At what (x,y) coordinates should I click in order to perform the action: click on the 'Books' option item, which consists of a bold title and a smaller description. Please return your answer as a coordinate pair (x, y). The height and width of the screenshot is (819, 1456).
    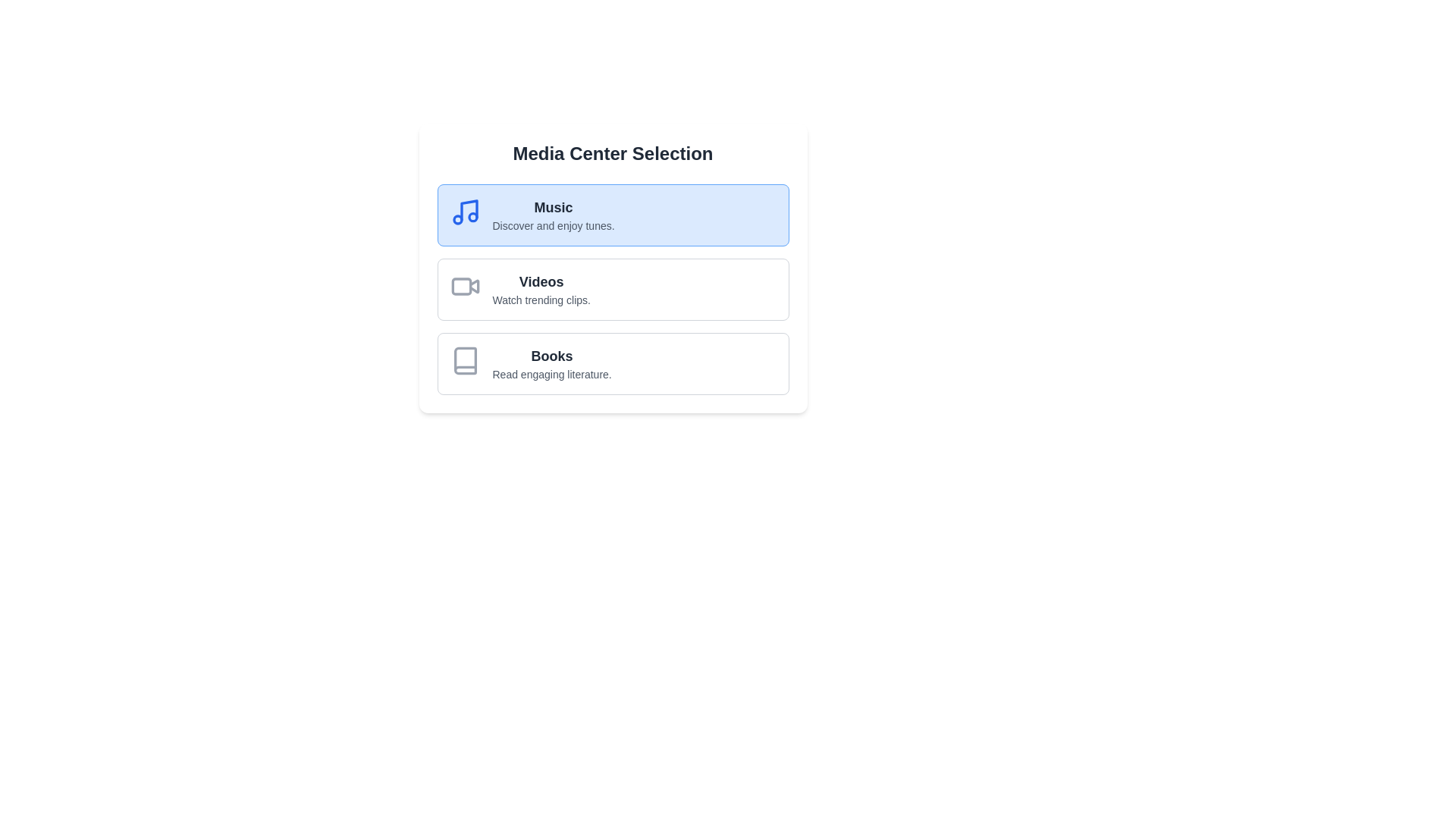
    Looking at the image, I should click on (551, 363).